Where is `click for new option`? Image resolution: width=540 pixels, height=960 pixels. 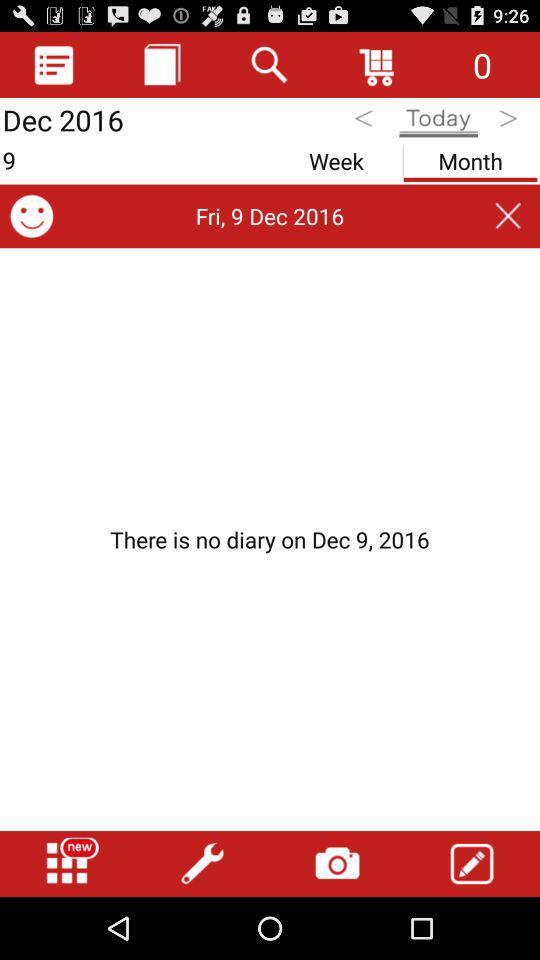
click for new option is located at coordinates (67, 863).